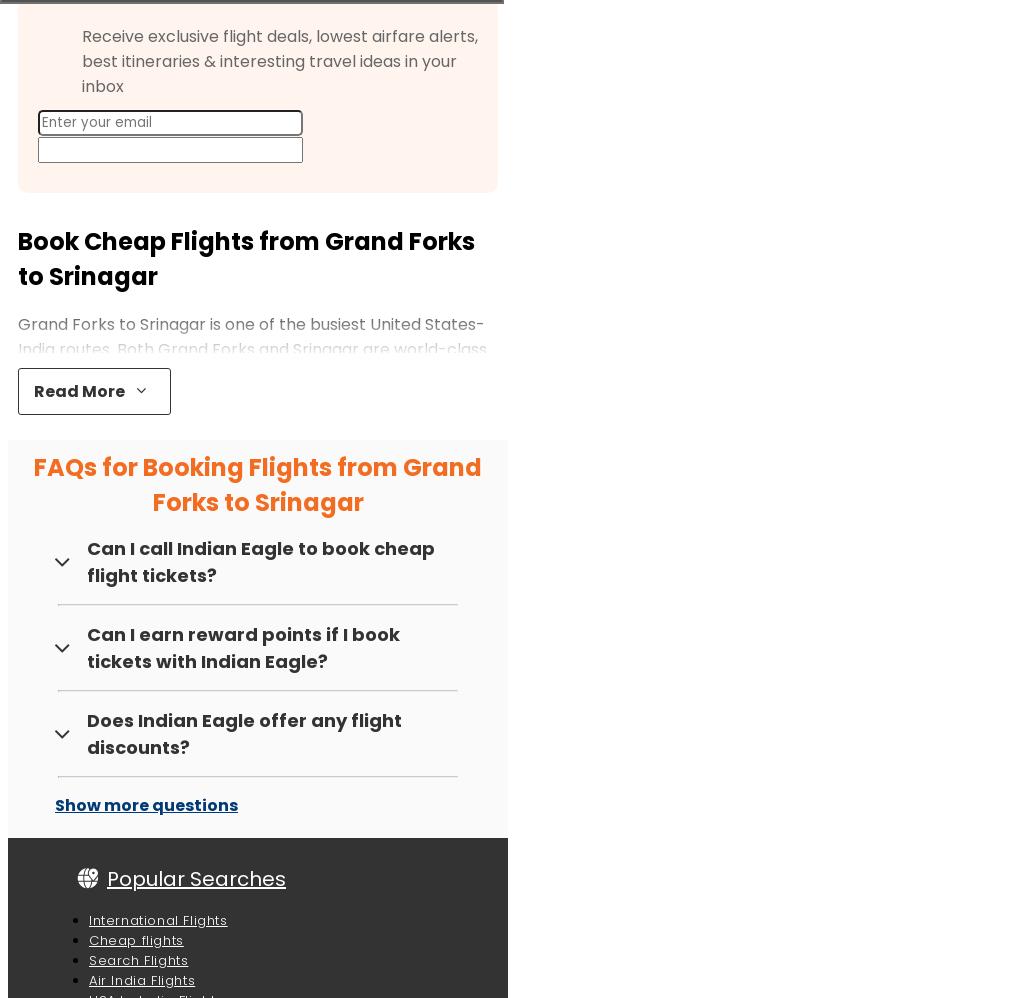 The width and height of the screenshot is (1018, 998). Describe the element at coordinates (279, 59) in the screenshot. I see `'Receive exclusive flight deals, lowest airfare alerts, best itineraries & interesting travel ideas in your inbox'` at that location.